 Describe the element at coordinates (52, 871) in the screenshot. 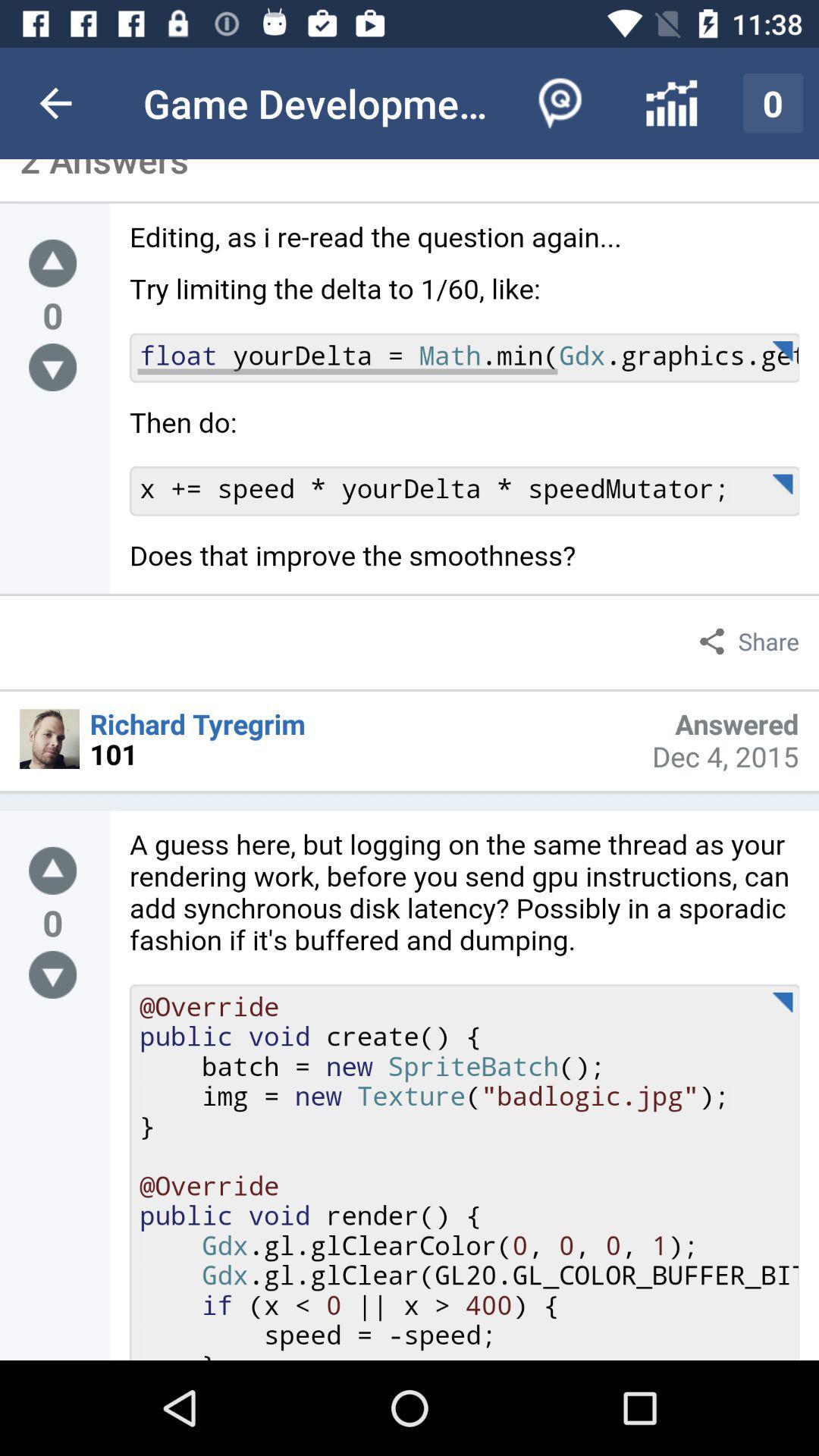

I see `go up` at that location.